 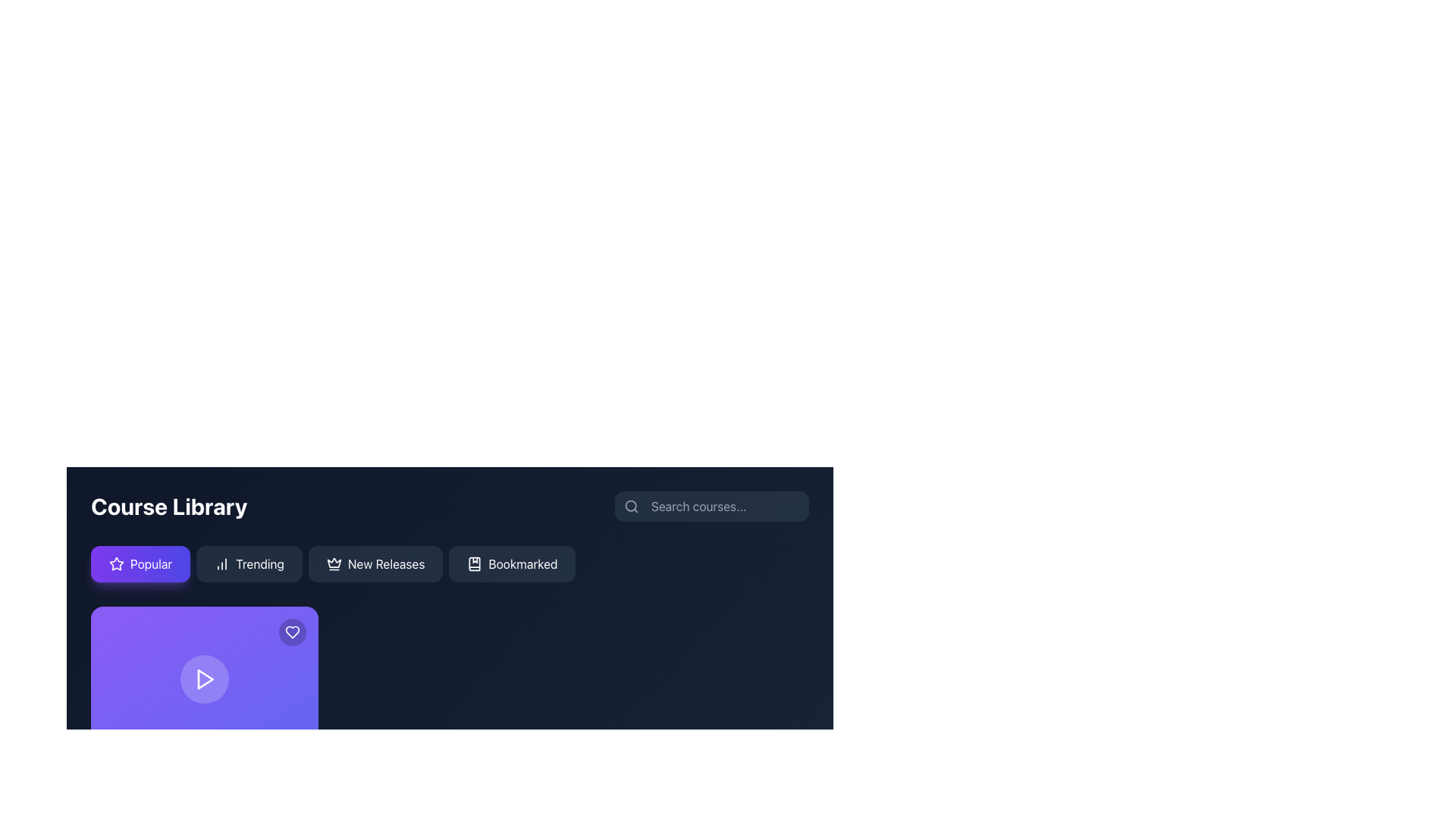 I want to click on the play icon located on the left side of the grid card within the 'Popular' section in the Course Library interface, so click(x=205, y=678).